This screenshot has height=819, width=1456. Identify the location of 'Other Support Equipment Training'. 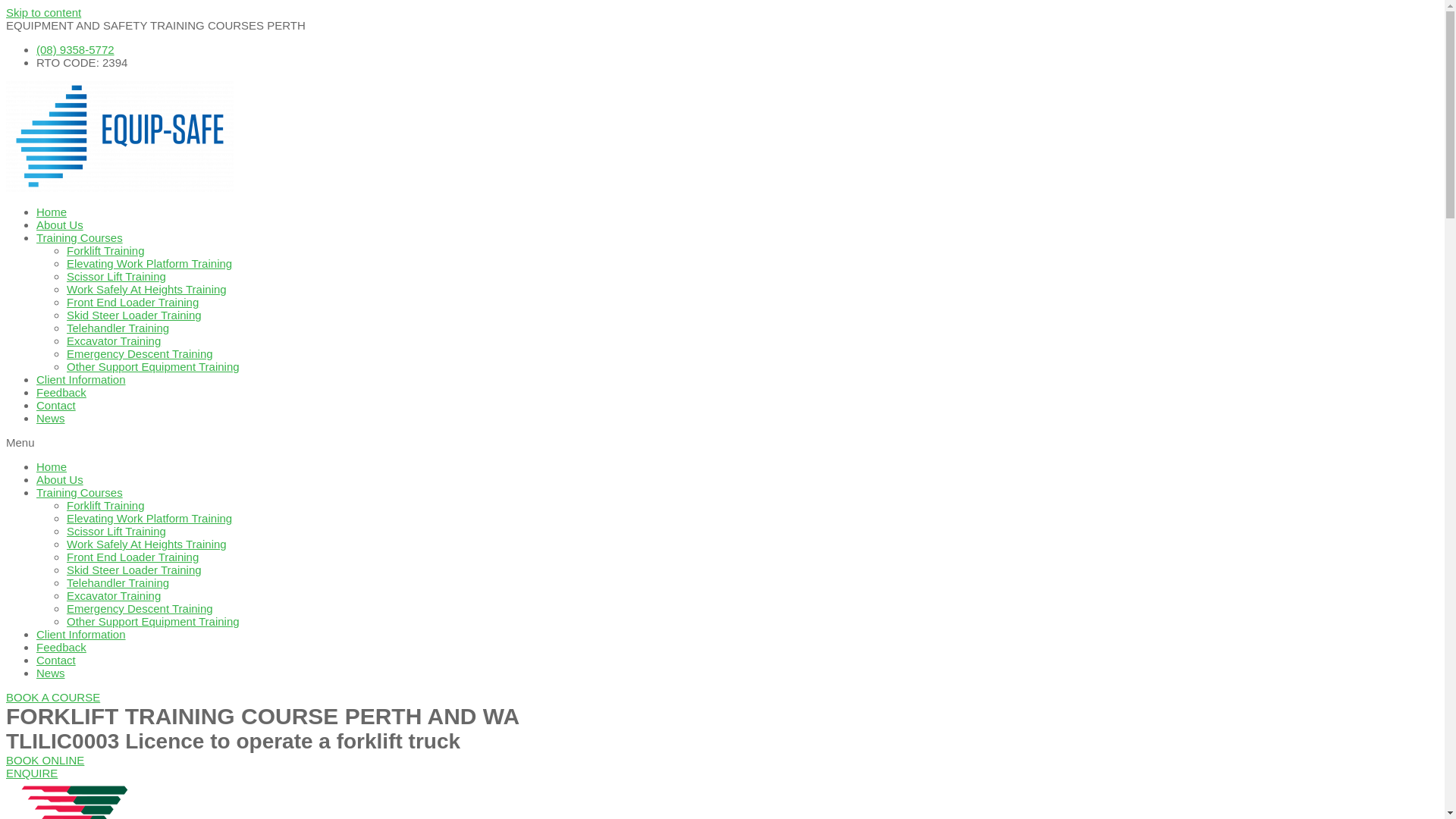
(152, 366).